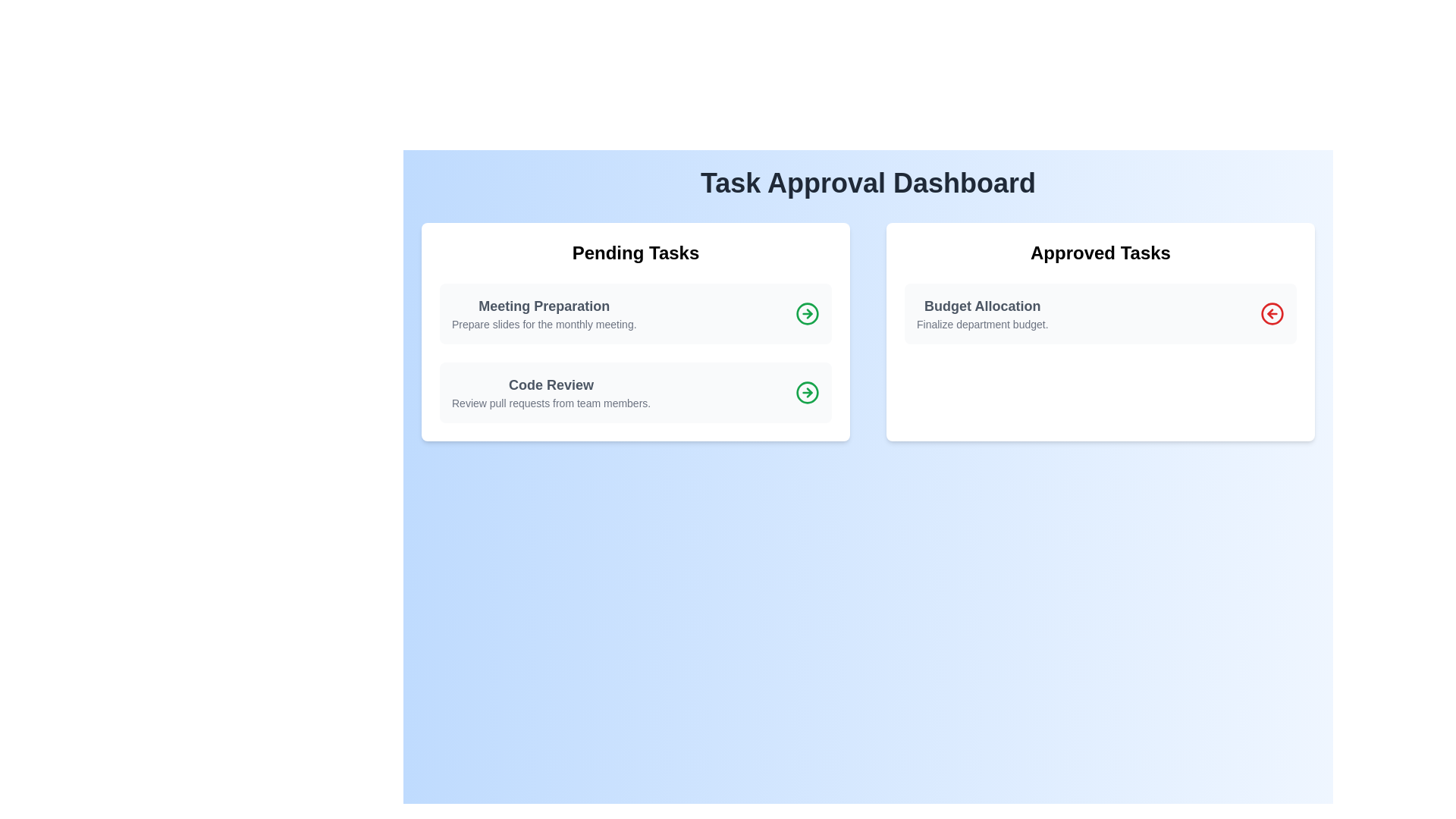  Describe the element at coordinates (551, 403) in the screenshot. I see `additional details provided in the Text label located in the 'Pending Tasks' section, below the 'Code Review' title and above the green arrow button` at that location.